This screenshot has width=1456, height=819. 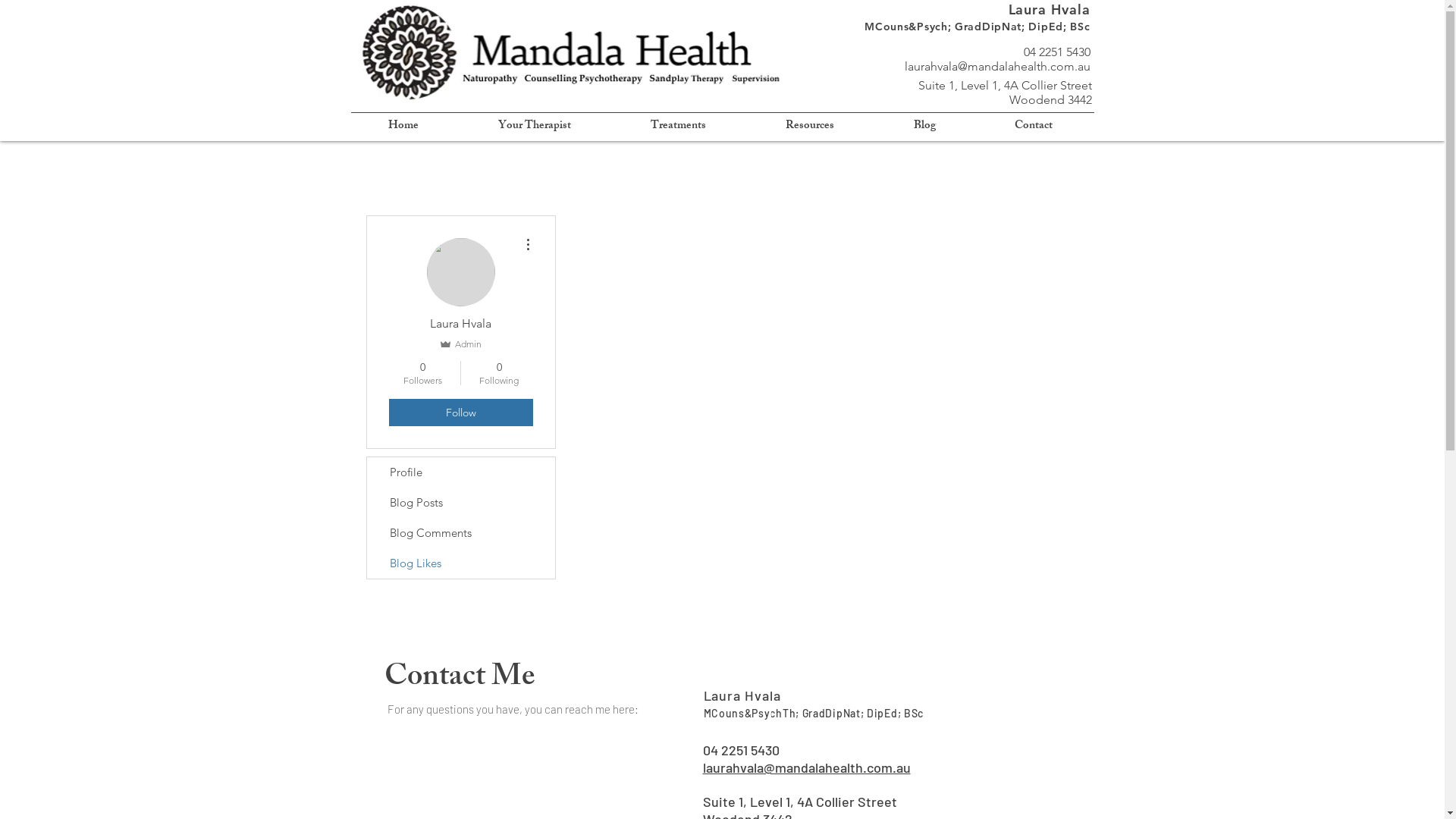 What do you see at coordinates (1033, 125) in the screenshot?
I see `'Contact'` at bounding box center [1033, 125].